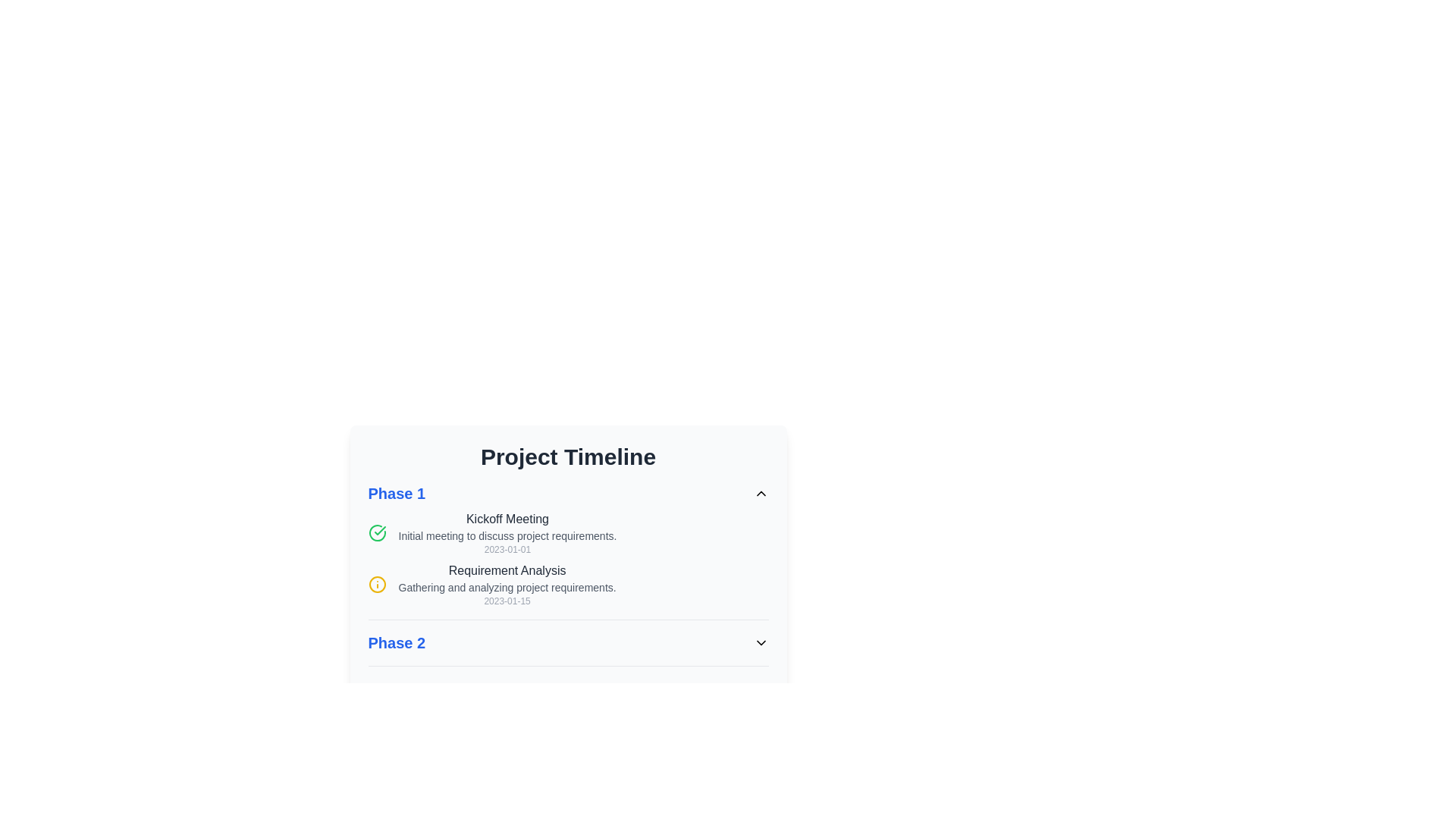  Describe the element at coordinates (567, 551) in the screenshot. I see `the titles in the 'Phase 1' List component` at that location.